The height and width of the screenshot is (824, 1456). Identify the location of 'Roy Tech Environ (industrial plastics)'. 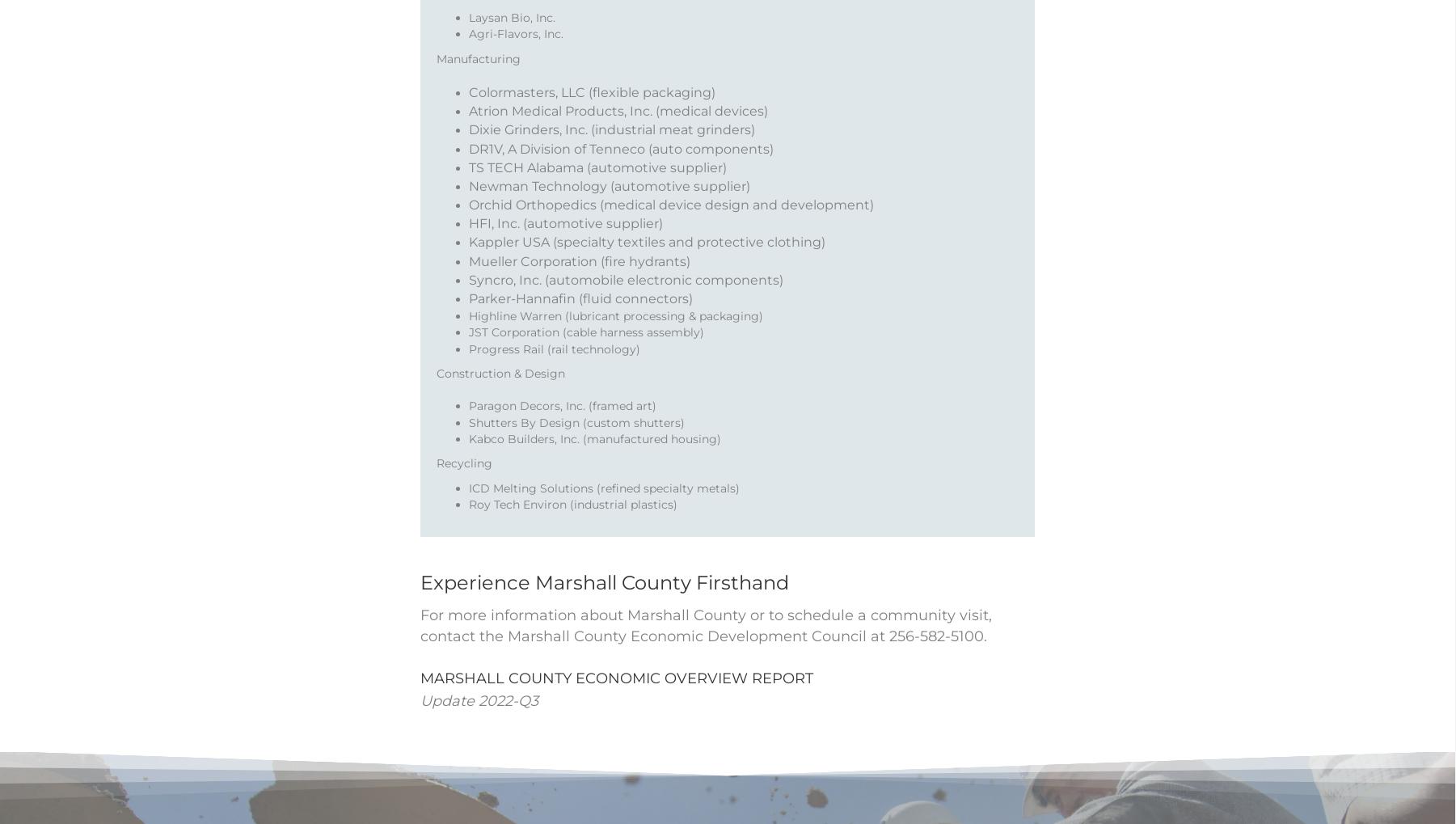
(573, 525).